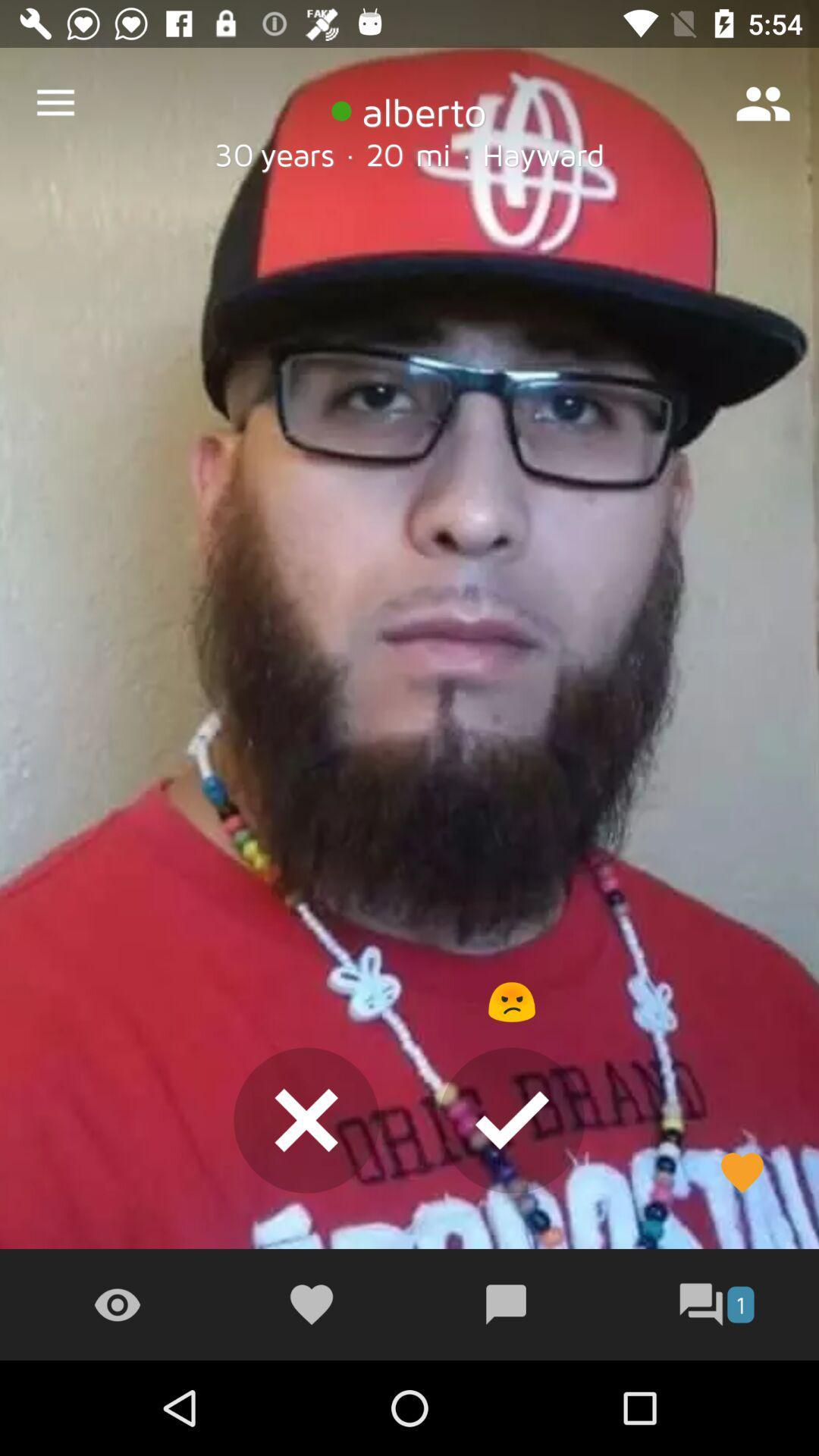 The height and width of the screenshot is (1456, 819). I want to click on the tick option at the bottom, so click(512, 1121).